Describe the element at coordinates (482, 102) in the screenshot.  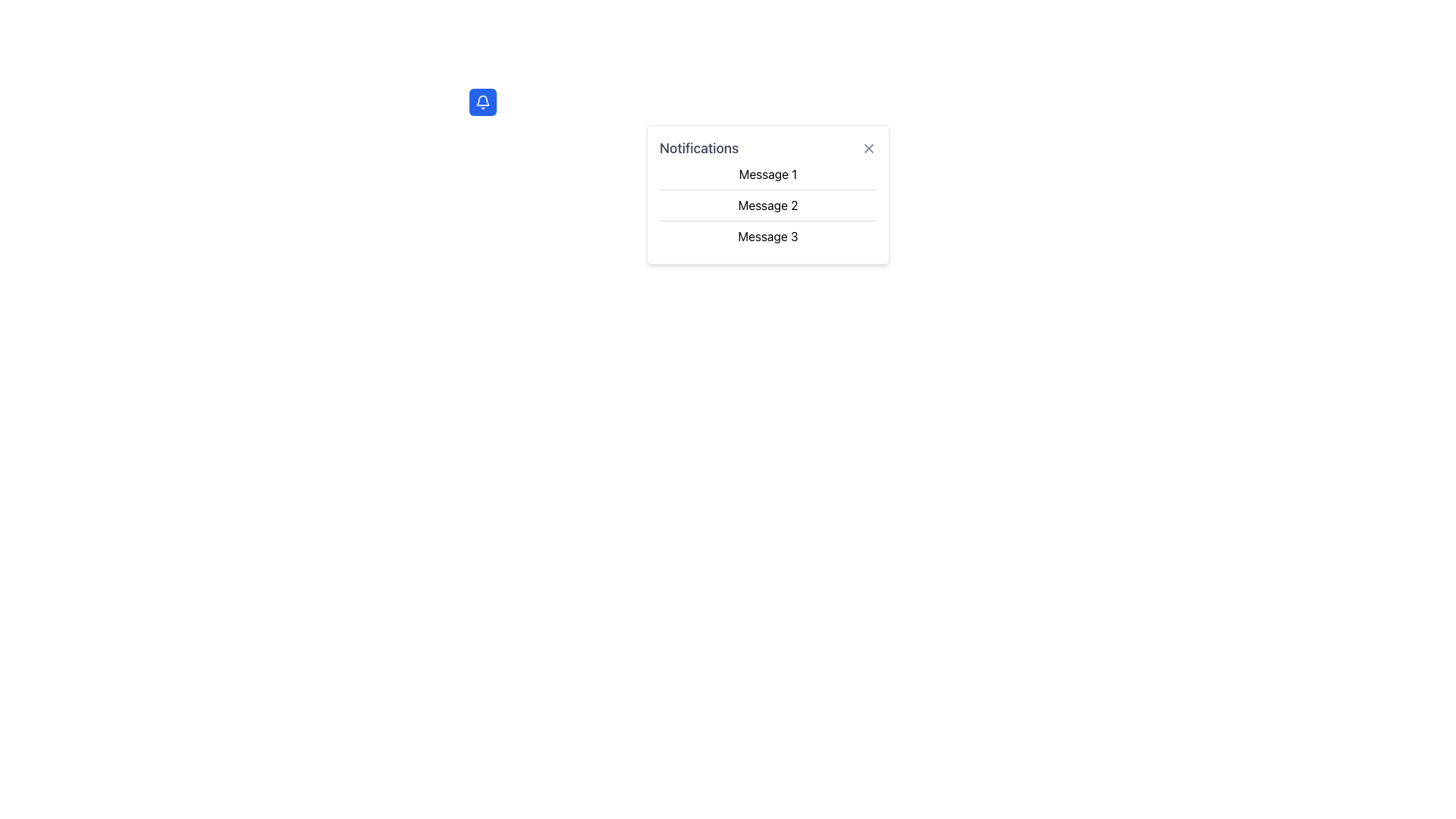
I see `the notification button with a vibrant blue background and a white bell icon` at that location.